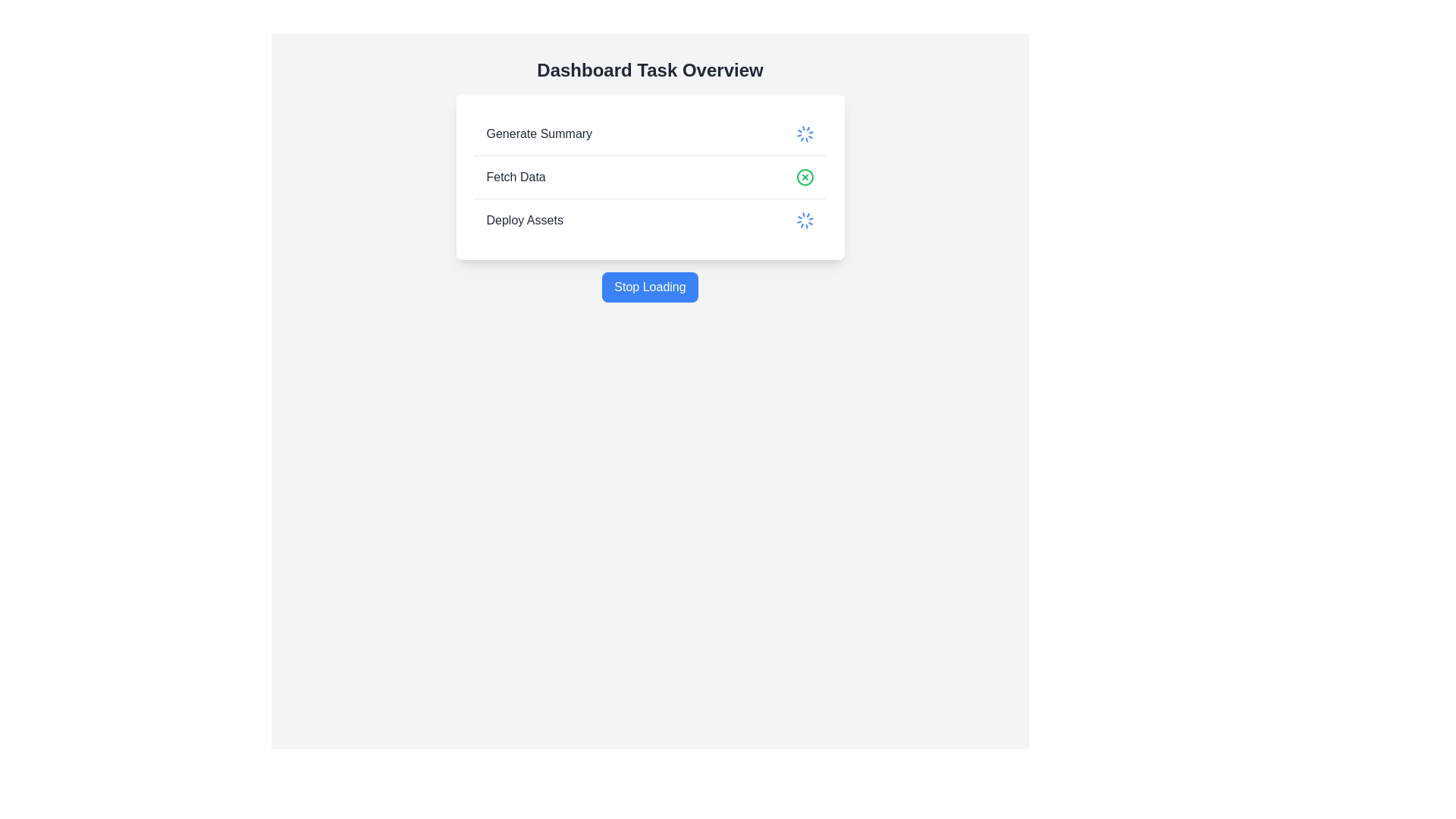  What do you see at coordinates (650, 177) in the screenshot?
I see `the green circular icon with a white 'X' located in the middle row of the card layout, which is the second row indicating the 'Fetch Data' task` at bounding box center [650, 177].